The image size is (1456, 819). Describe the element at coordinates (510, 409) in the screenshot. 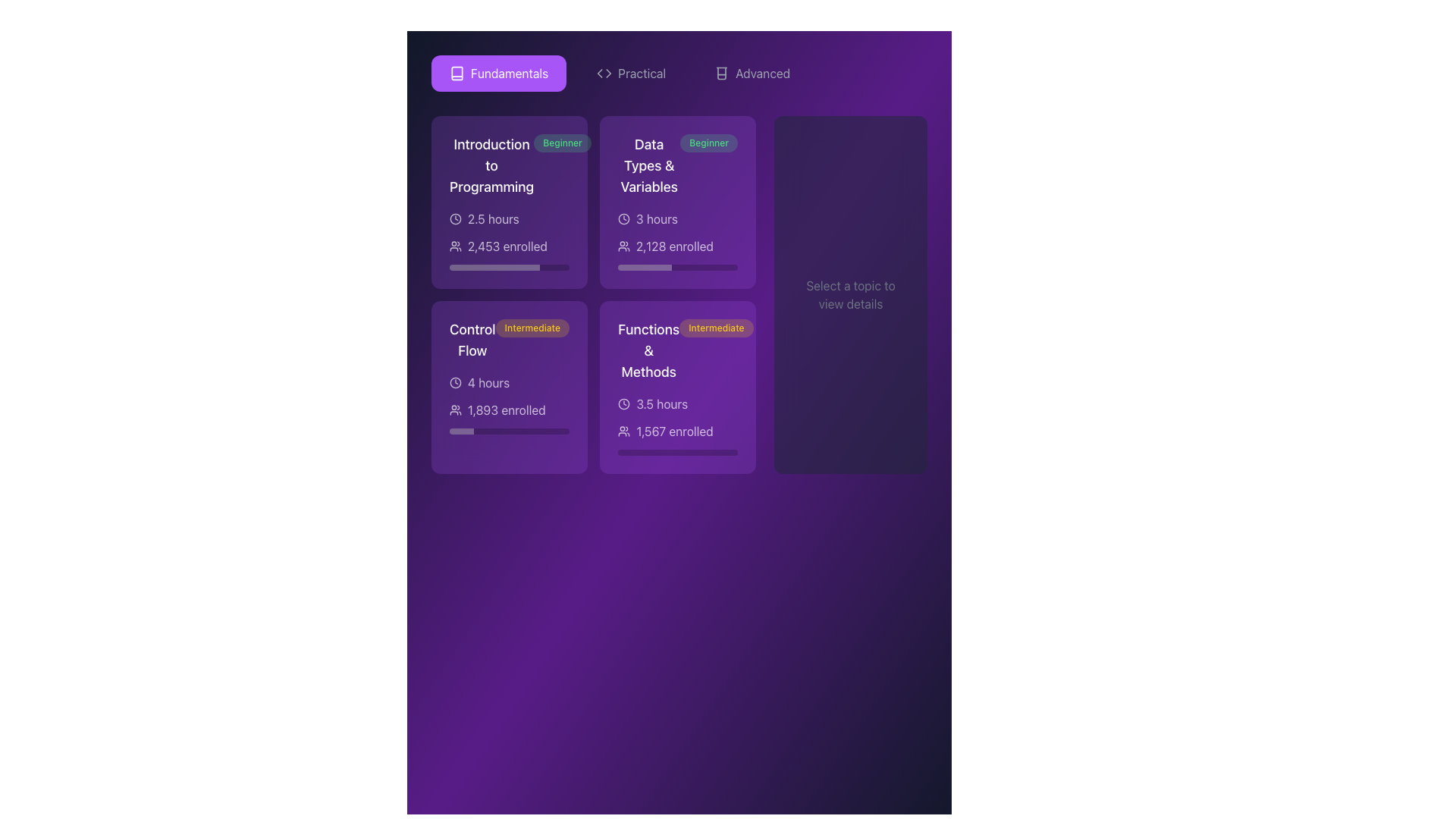

I see `the text label that reads '1,893 enrolled' with an accompanying group icon, located within the 'Control Flow' card, beneath the '4 hours' label and above a horizontal progress bar` at that location.